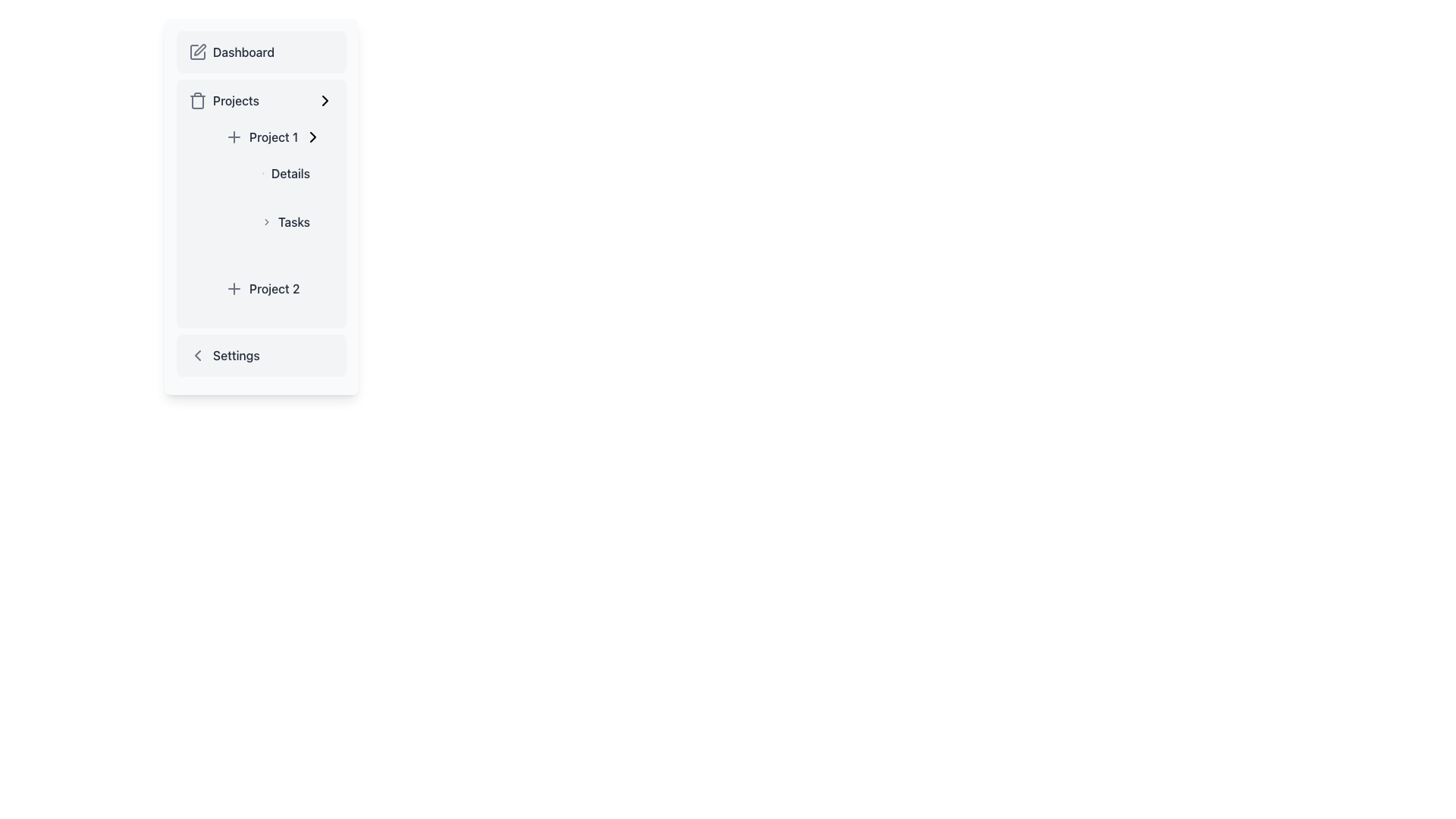 Image resolution: width=1456 pixels, height=819 pixels. I want to click on the 'Details' text label, which is styled in medium gray font and is located next to a right-pointing chevron icon, positioned under 'Project 1' in a vertically listed menu, so click(286, 172).